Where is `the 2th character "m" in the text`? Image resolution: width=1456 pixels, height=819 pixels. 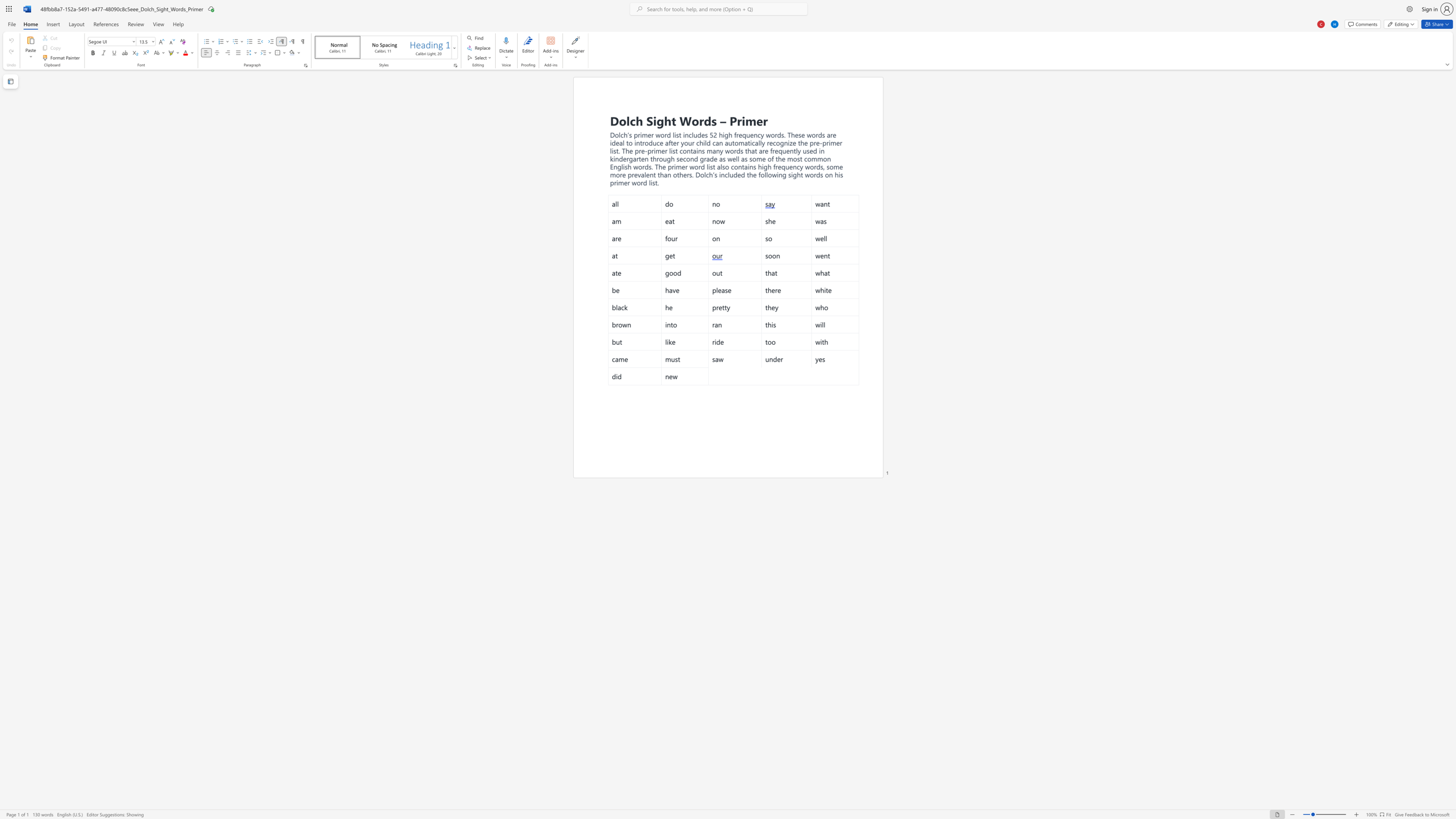 the 2th character "m" in the text is located at coordinates (613, 174).